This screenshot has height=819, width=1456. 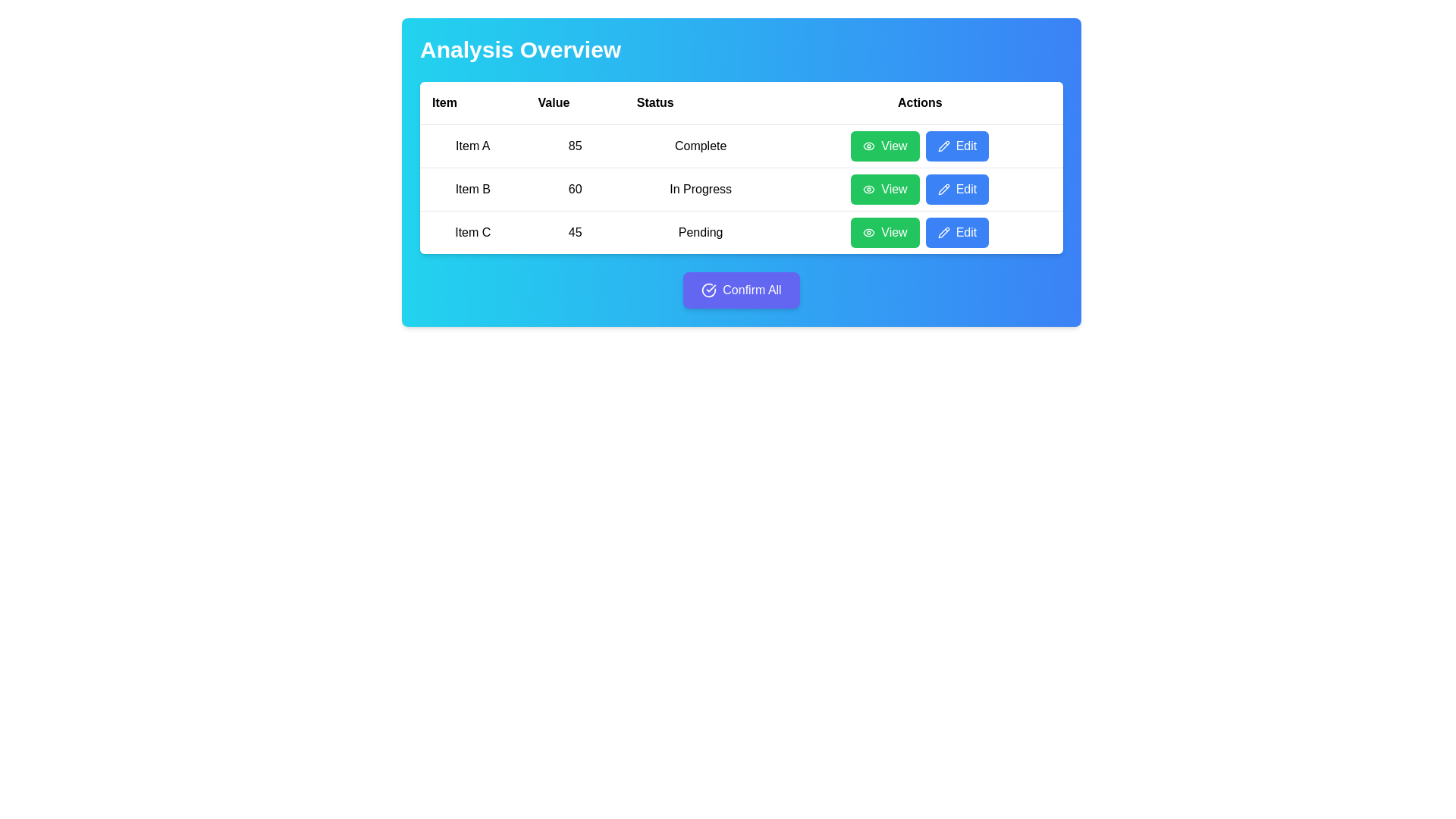 I want to click on the pencil icon representing the 'Edit' action located within the 'Edit' button in the 'Actions' column of the last row for 'Item C', so click(x=943, y=233).